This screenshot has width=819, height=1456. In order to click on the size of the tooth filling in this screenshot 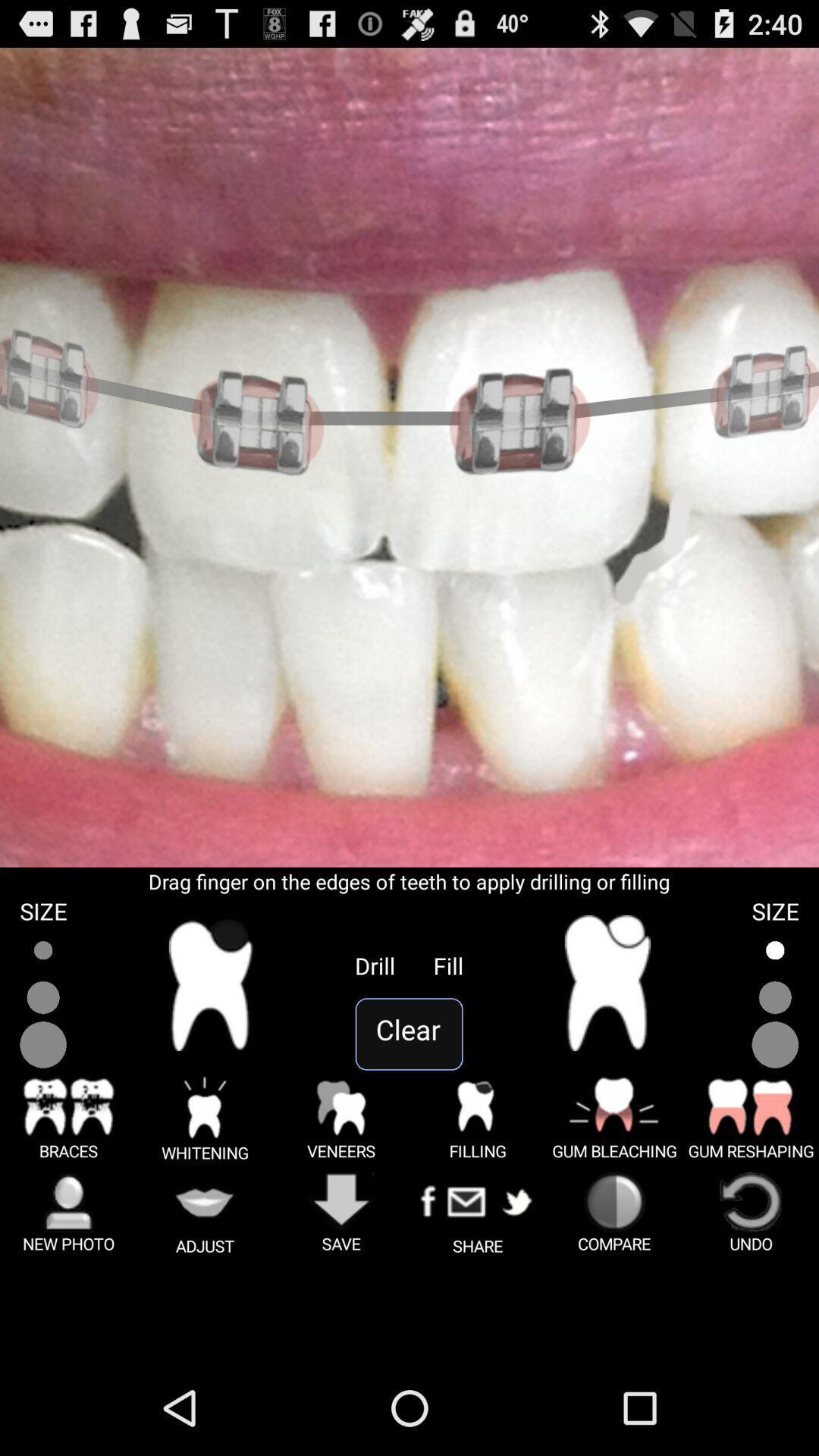, I will do `click(775, 998)`.